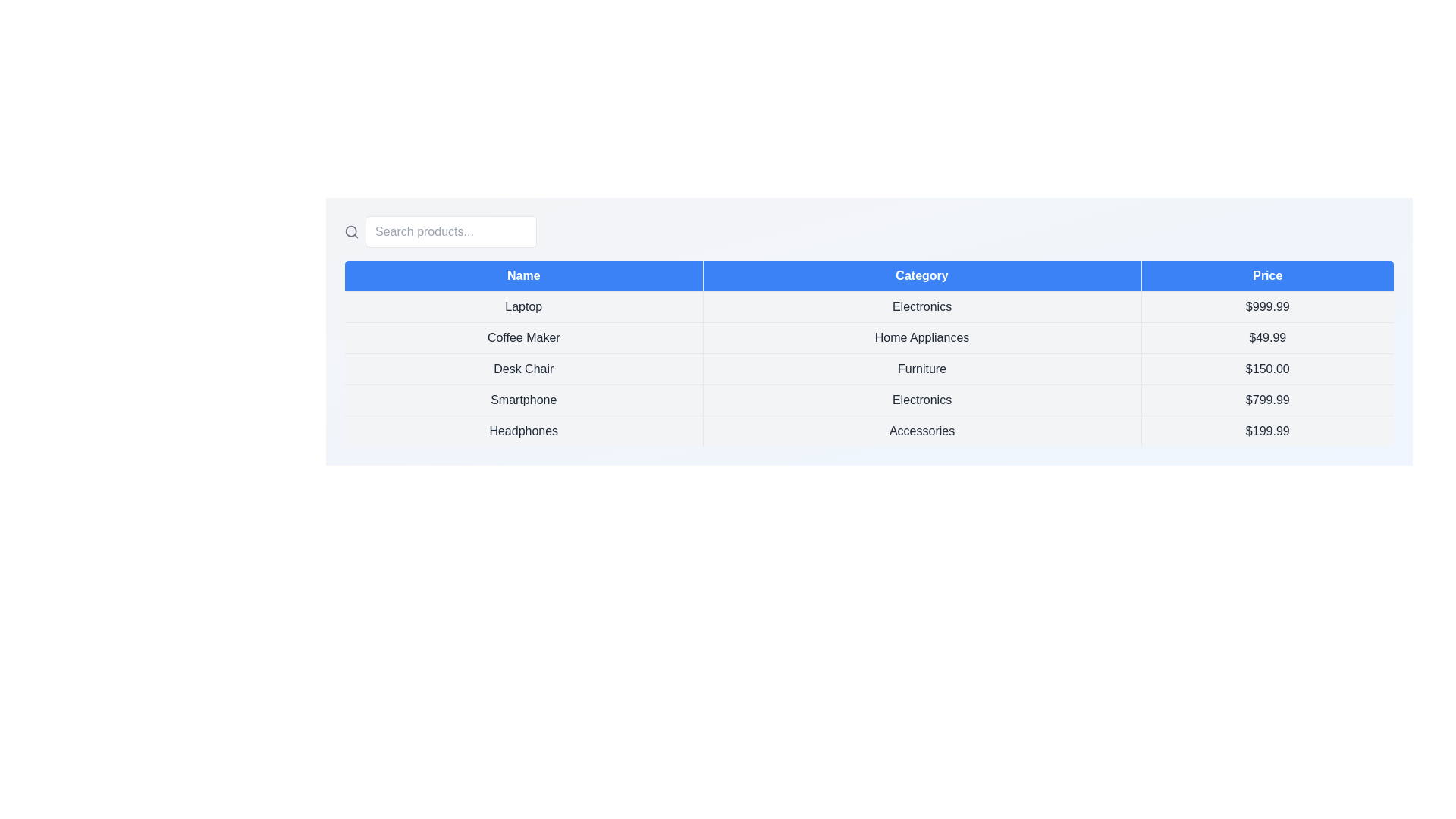 The image size is (1456, 819). What do you see at coordinates (869, 400) in the screenshot?
I see `the fourth row in the product information table, which displays 'Smartphone', 'Electronics', and '$799.99'` at bounding box center [869, 400].